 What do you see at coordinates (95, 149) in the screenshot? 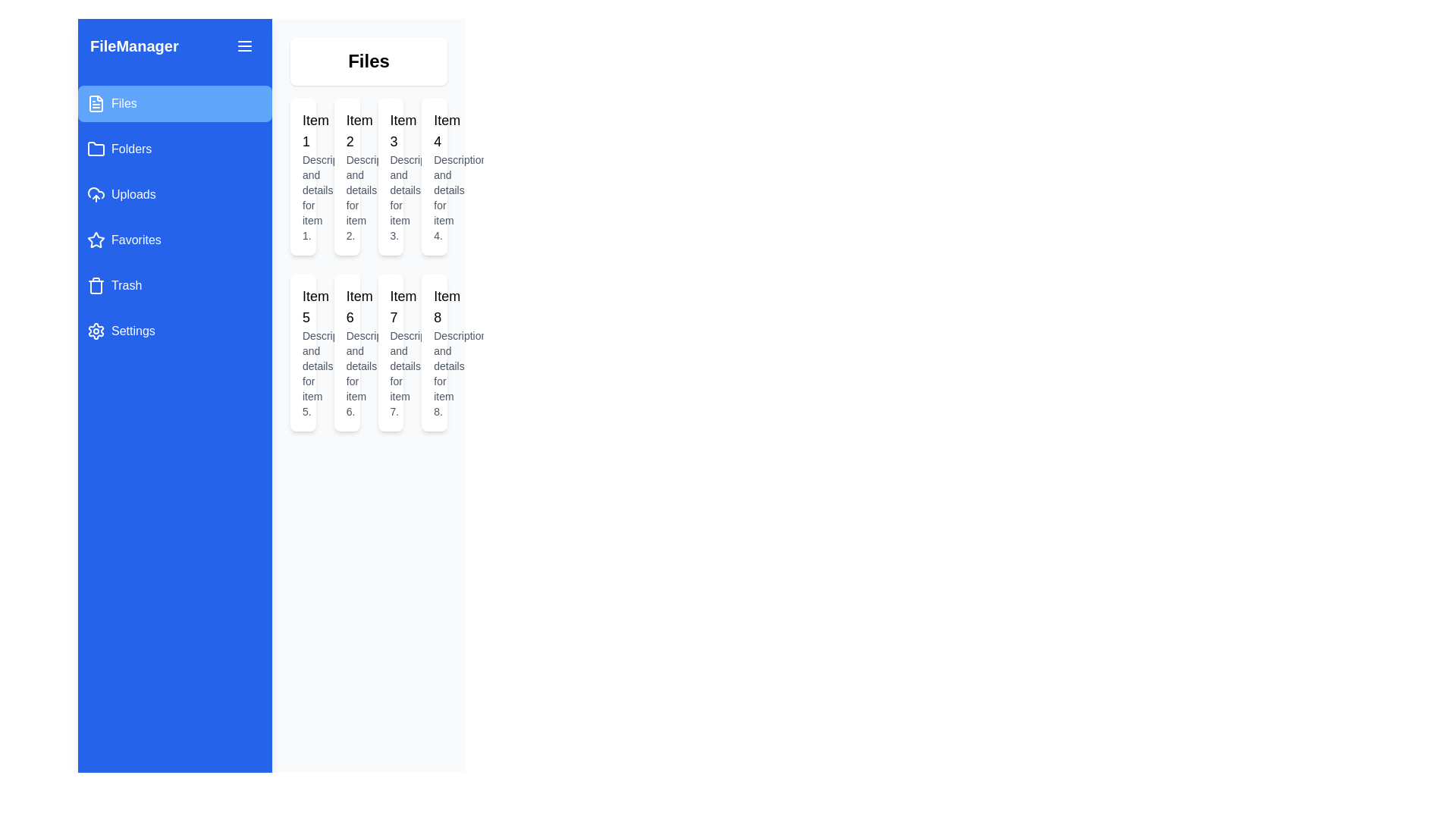
I see `the blue folder icon located in the second position of the left vertical navigation panel` at bounding box center [95, 149].